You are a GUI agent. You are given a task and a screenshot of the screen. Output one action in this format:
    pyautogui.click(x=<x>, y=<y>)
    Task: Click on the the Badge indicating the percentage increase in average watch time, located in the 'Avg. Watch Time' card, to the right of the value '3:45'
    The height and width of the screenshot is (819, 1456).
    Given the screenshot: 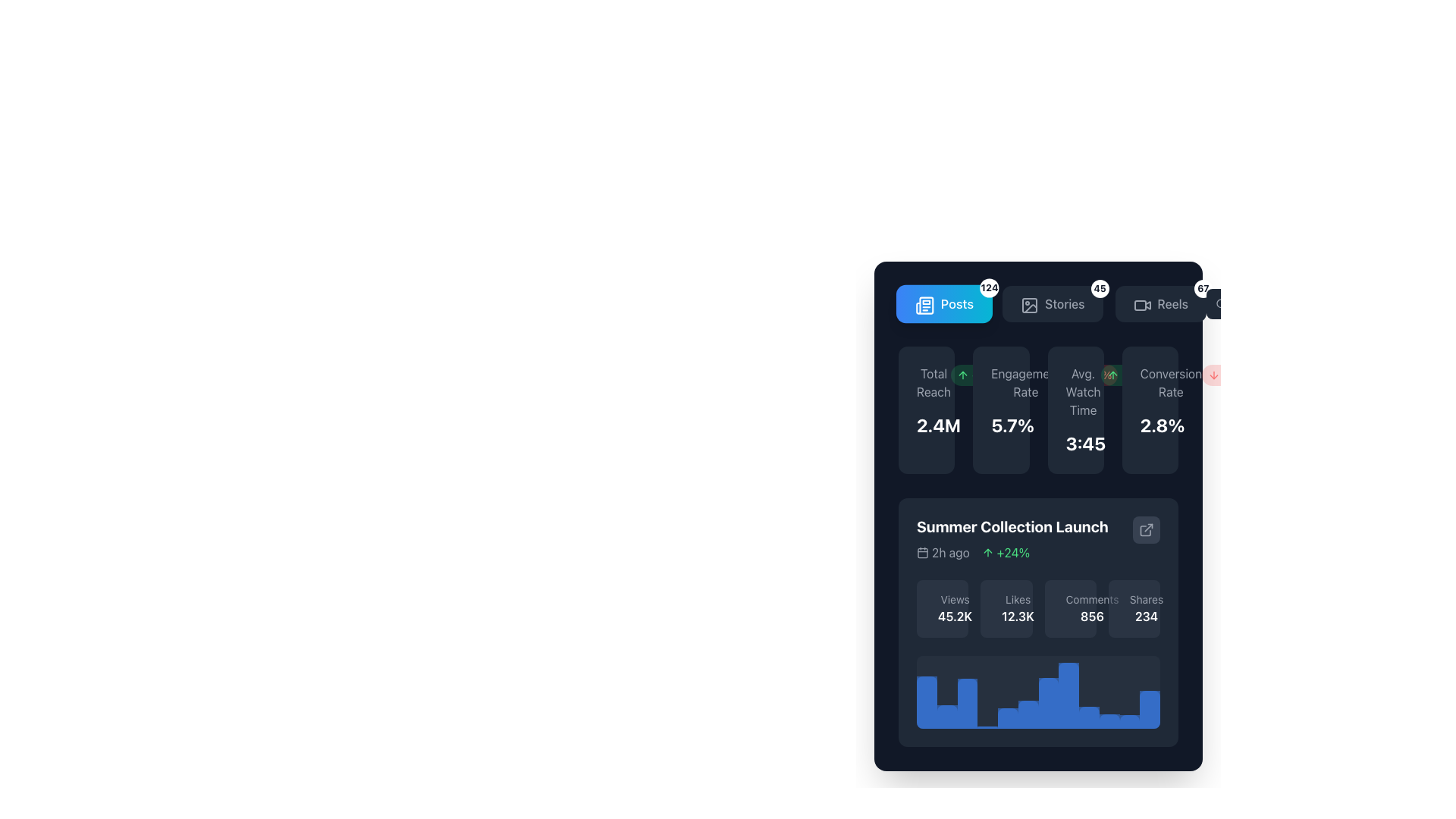 What is the action you would take?
    pyautogui.click(x=1132, y=375)
    